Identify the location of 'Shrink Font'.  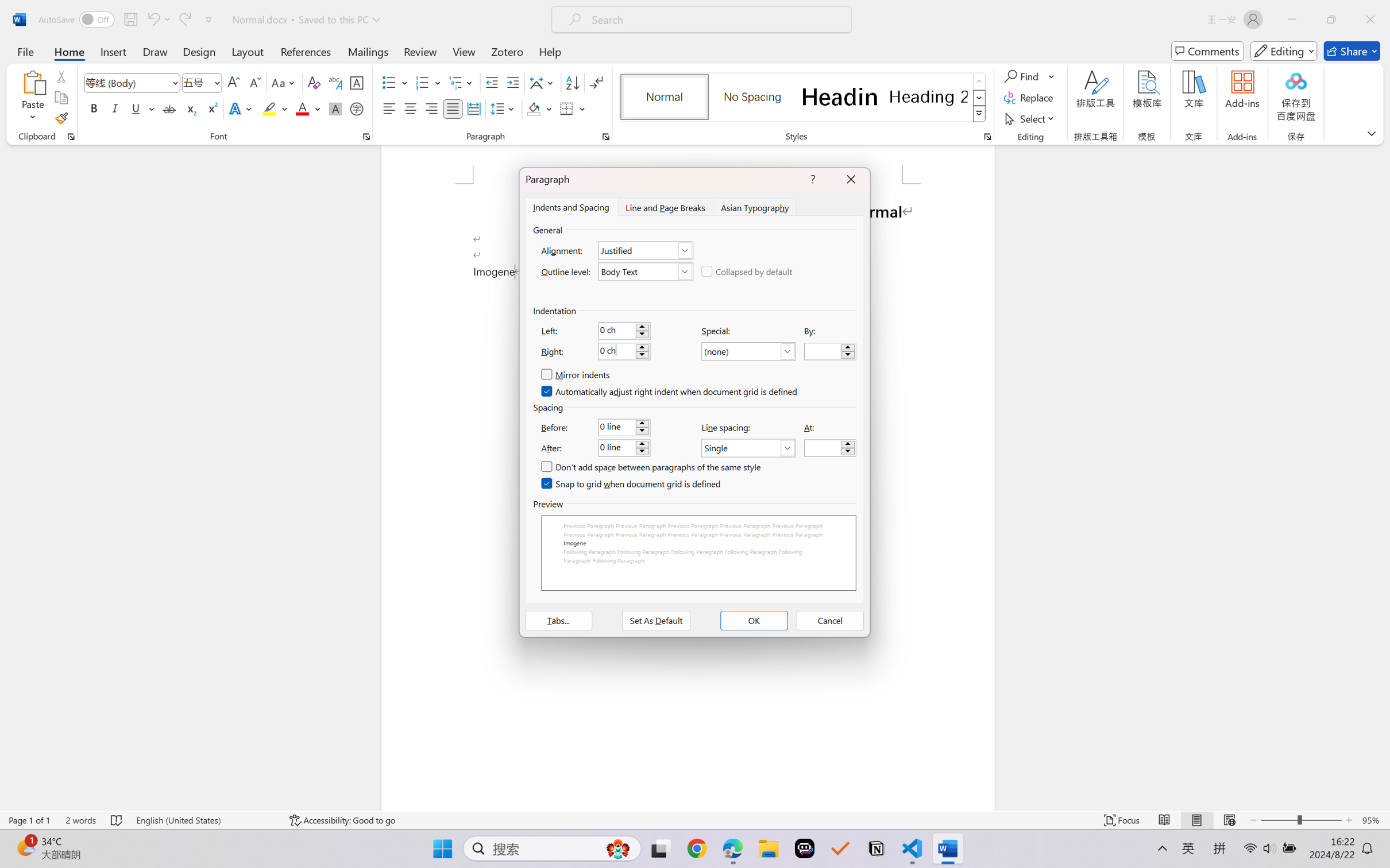
(253, 83).